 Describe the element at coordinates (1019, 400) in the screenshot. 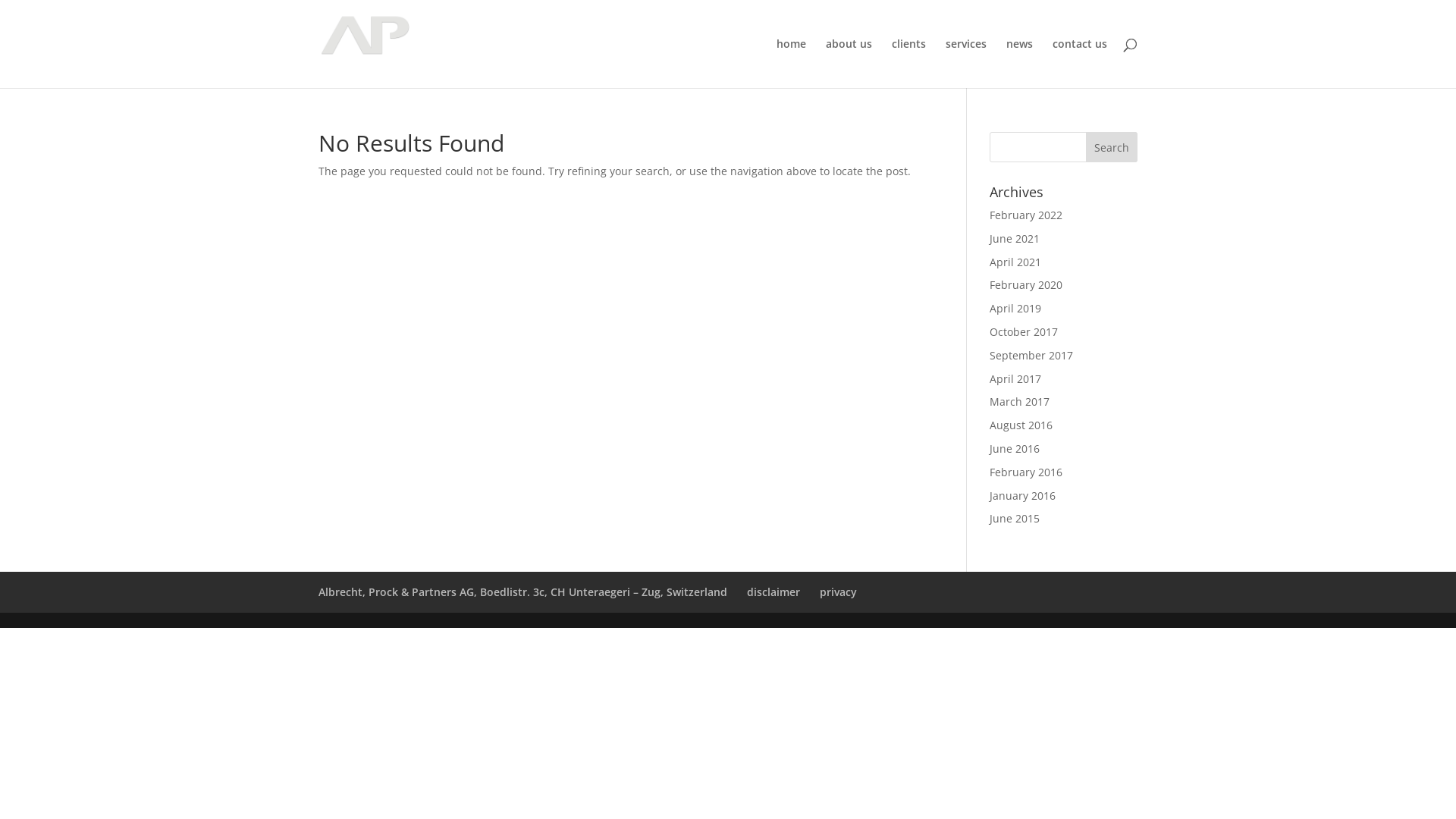

I see `'March 2017'` at that location.